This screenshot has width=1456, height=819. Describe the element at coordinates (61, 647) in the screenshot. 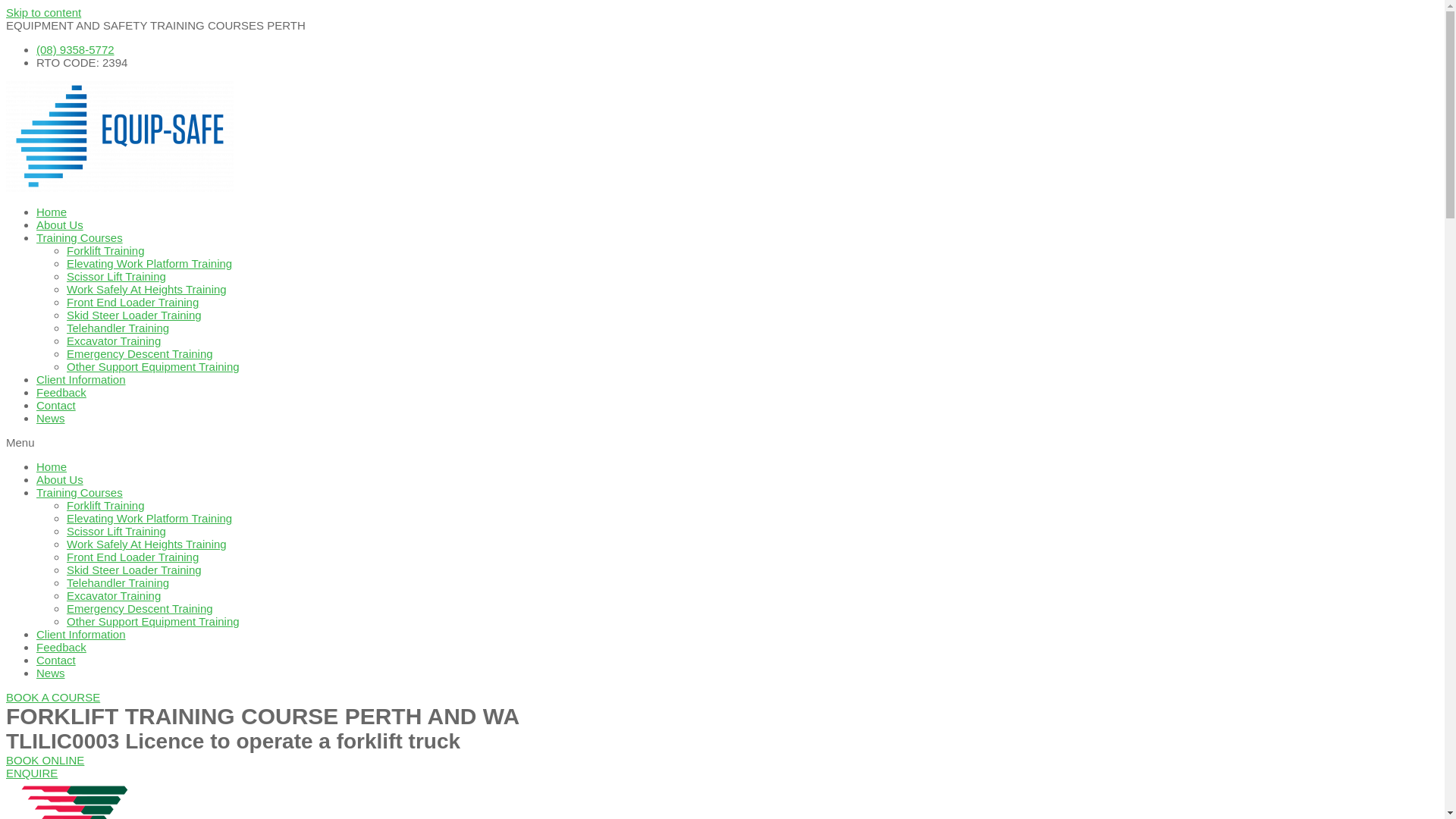

I see `'Feedback'` at that location.